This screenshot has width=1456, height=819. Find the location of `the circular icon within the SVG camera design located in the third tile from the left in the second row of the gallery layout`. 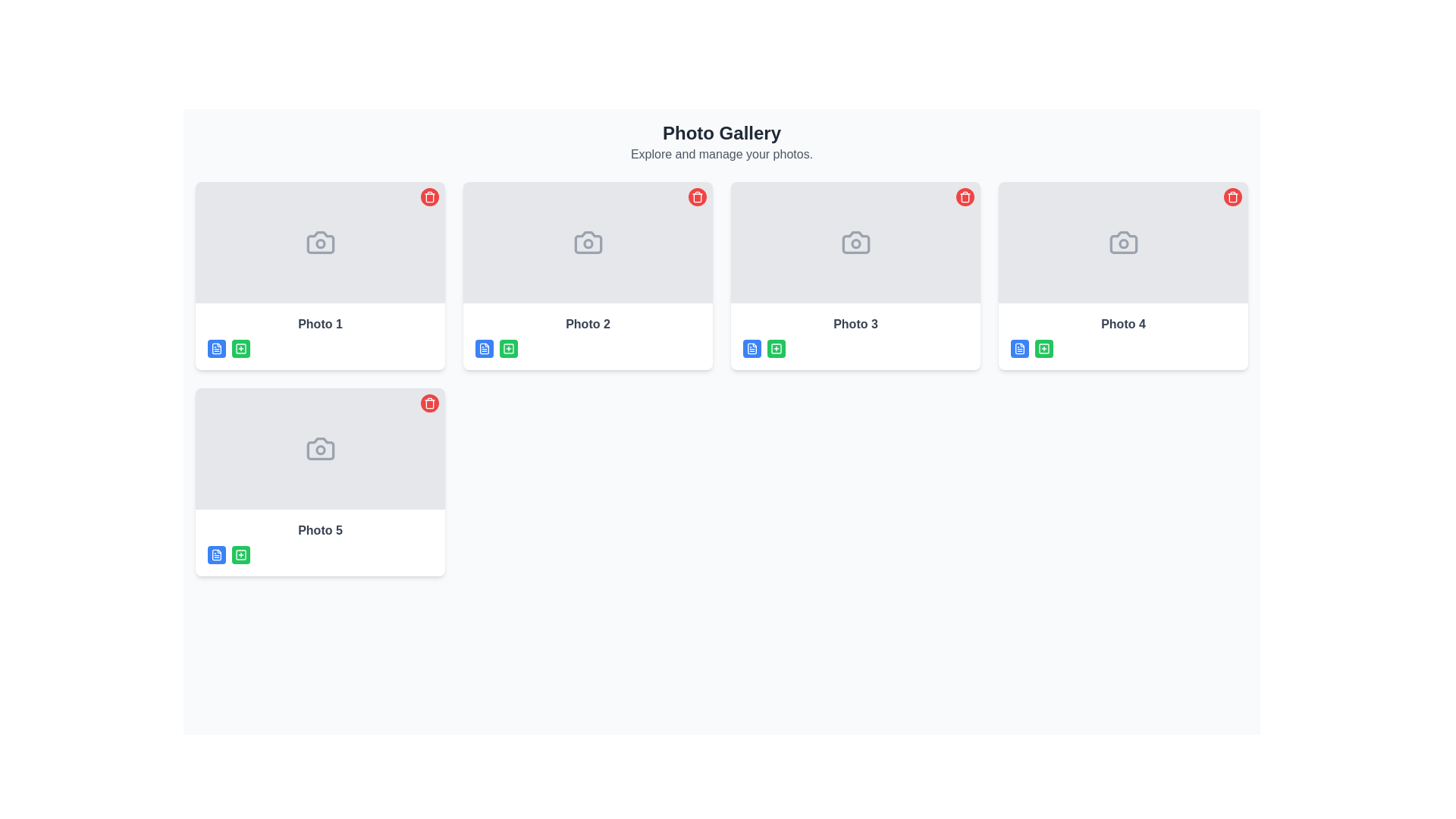

the circular icon within the SVG camera design located in the third tile from the left in the second row of the gallery layout is located at coordinates (855, 243).